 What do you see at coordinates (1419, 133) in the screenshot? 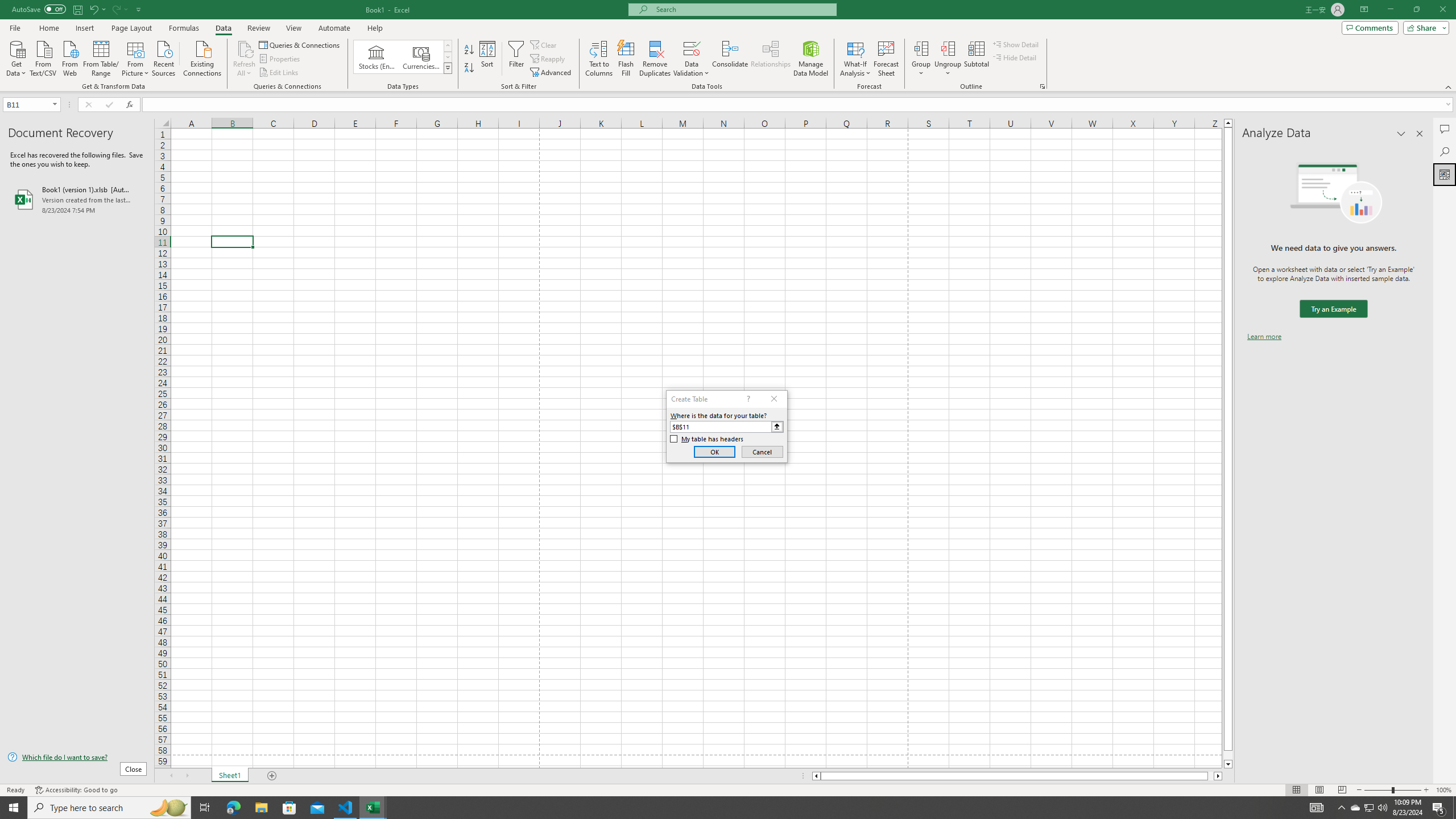
I see `'Close pane'` at bounding box center [1419, 133].